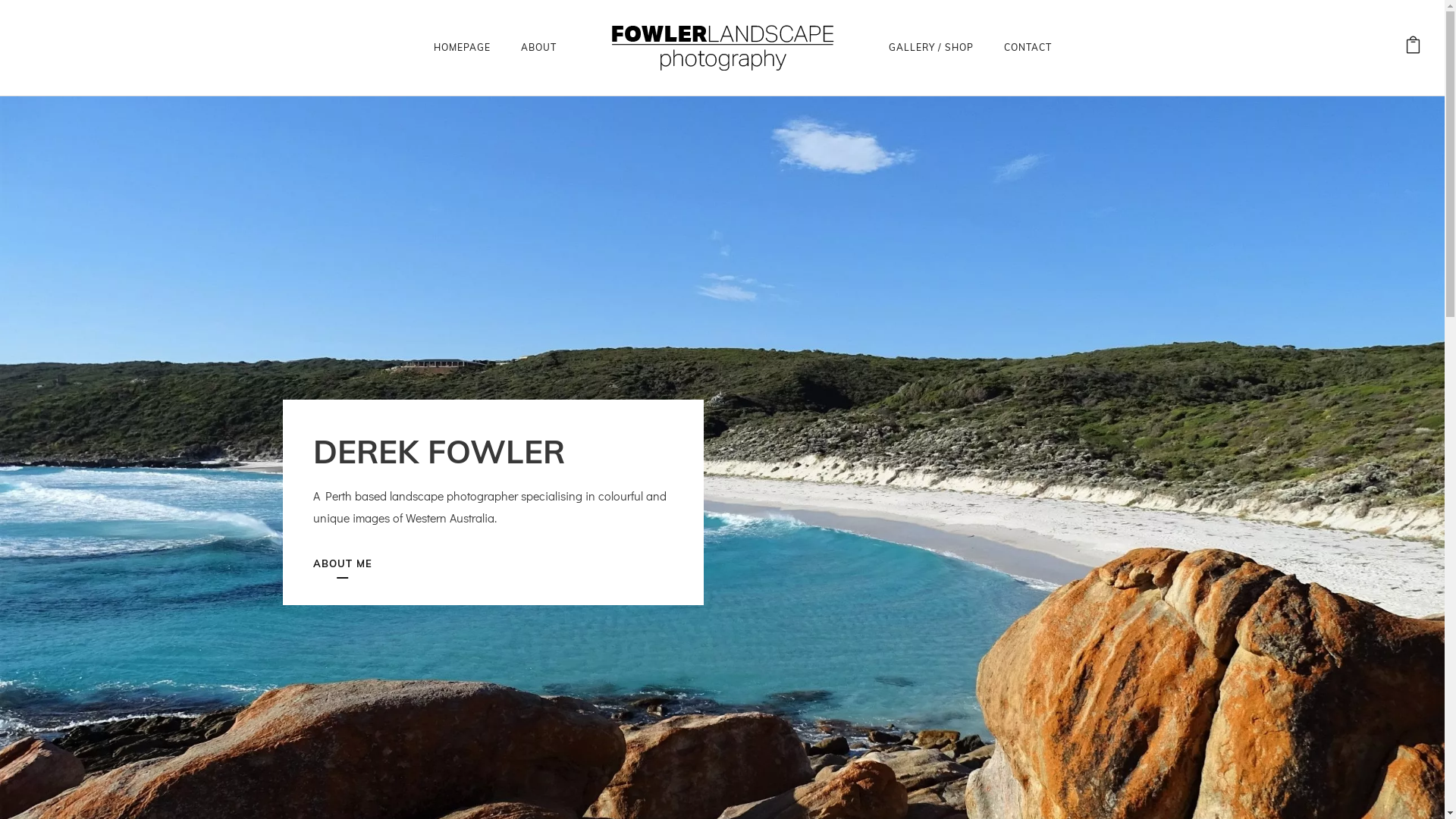 Image resolution: width=1456 pixels, height=819 pixels. Describe the element at coordinates (1028, 46) in the screenshot. I see `'CONTACT'` at that location.